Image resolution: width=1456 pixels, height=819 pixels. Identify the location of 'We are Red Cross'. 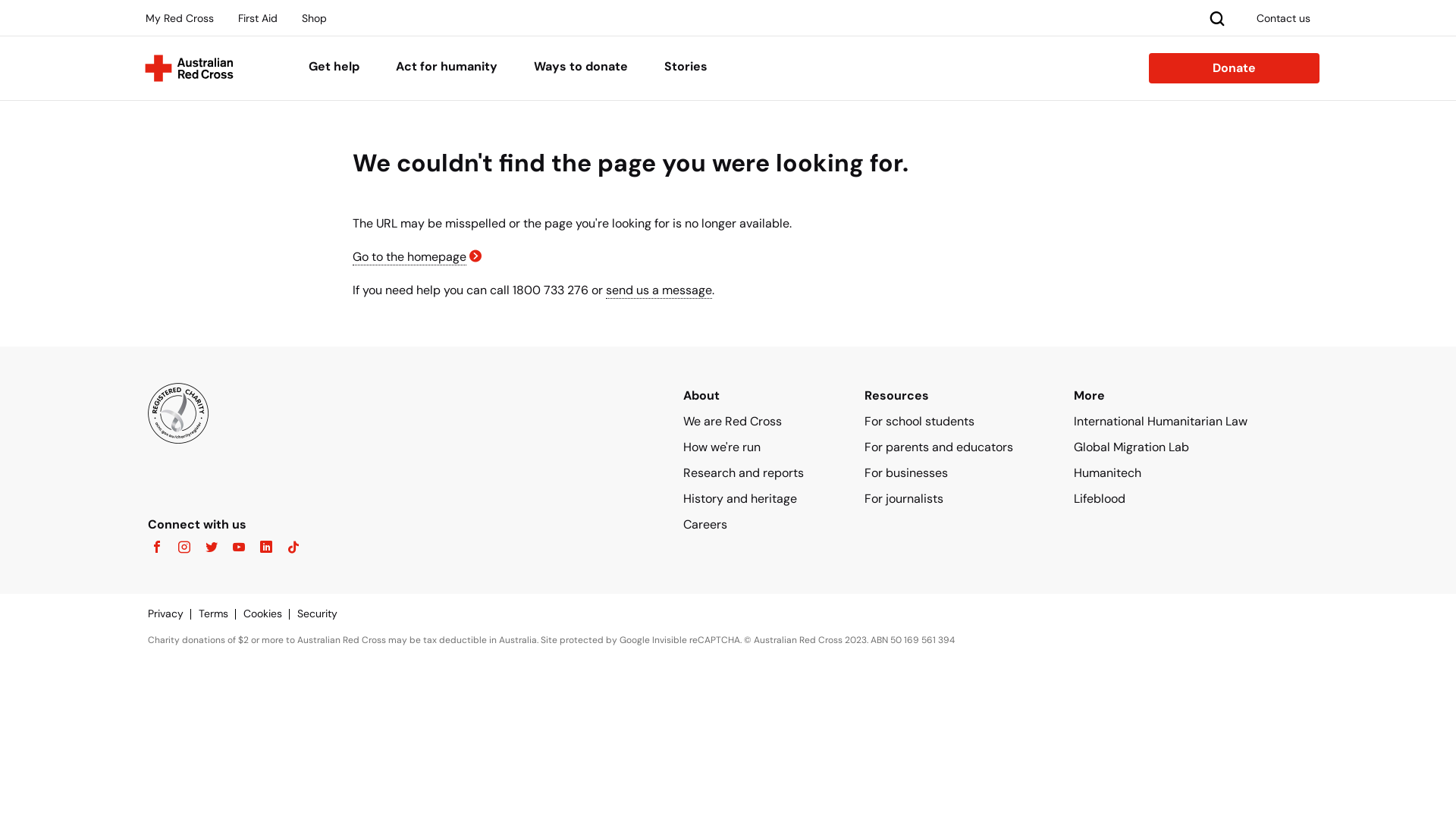
(732, 421).